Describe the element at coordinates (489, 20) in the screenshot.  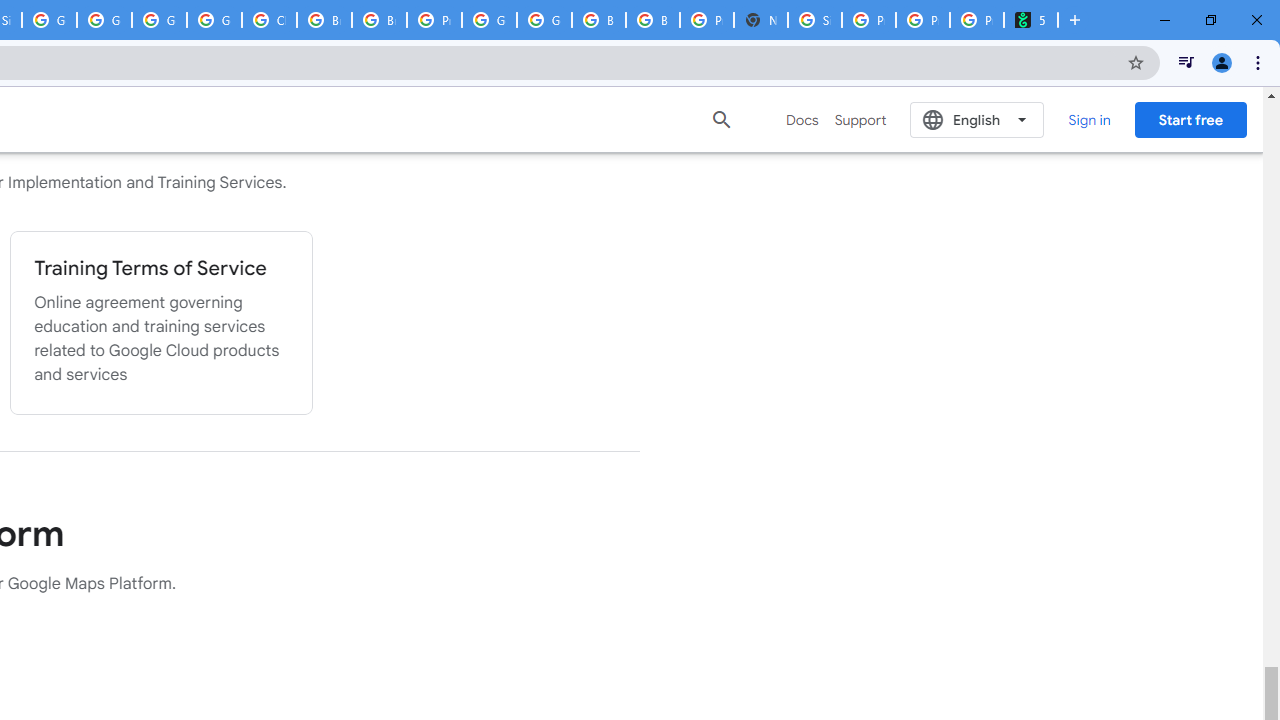
I see `'Google Cloud Platform'` at that location.